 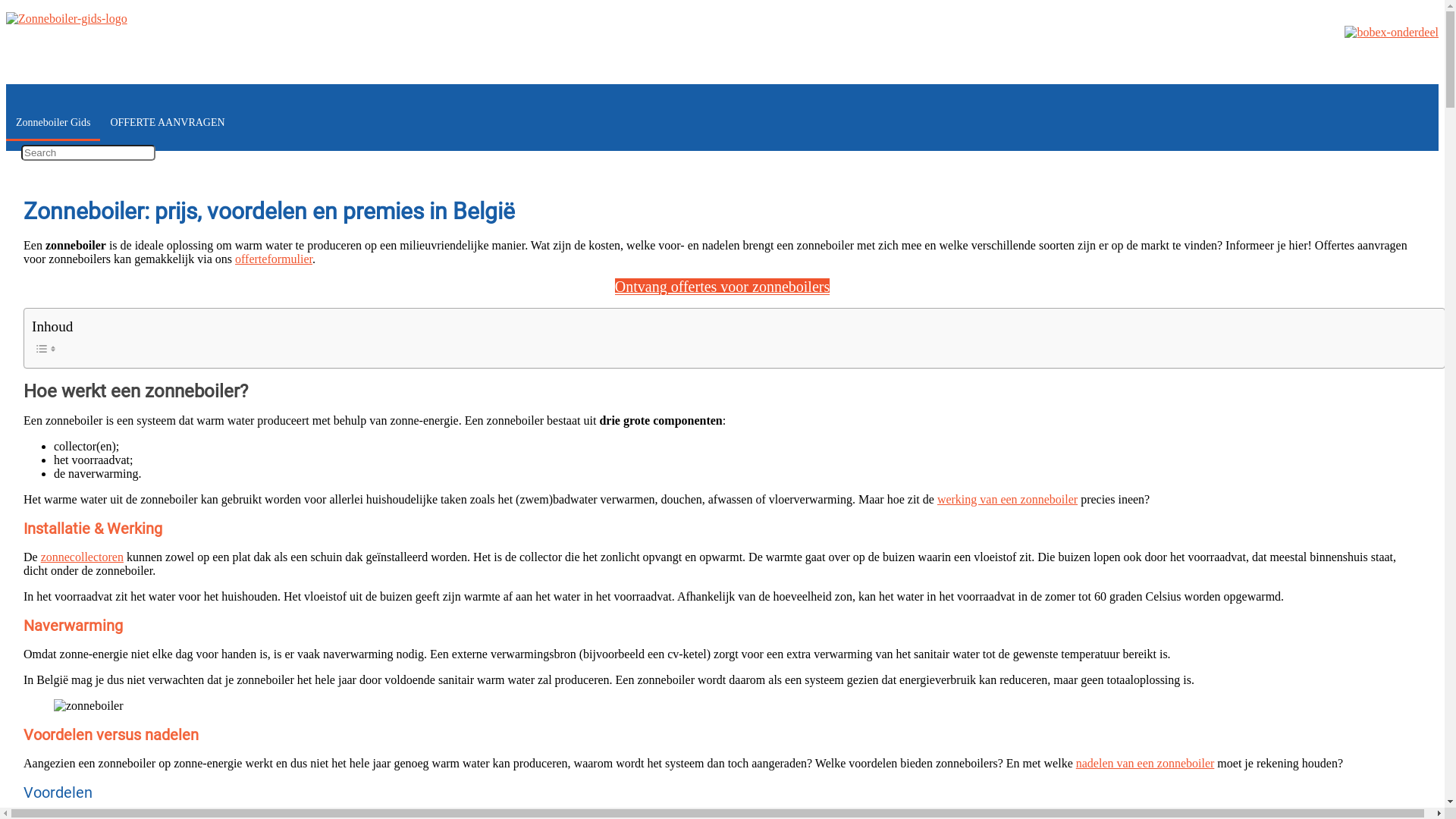 What do you see at coordinates (721, 287) in the screenshot?
I see `'Ontvang offertes voor zonneboilers'` at bounding box center [721, 287].